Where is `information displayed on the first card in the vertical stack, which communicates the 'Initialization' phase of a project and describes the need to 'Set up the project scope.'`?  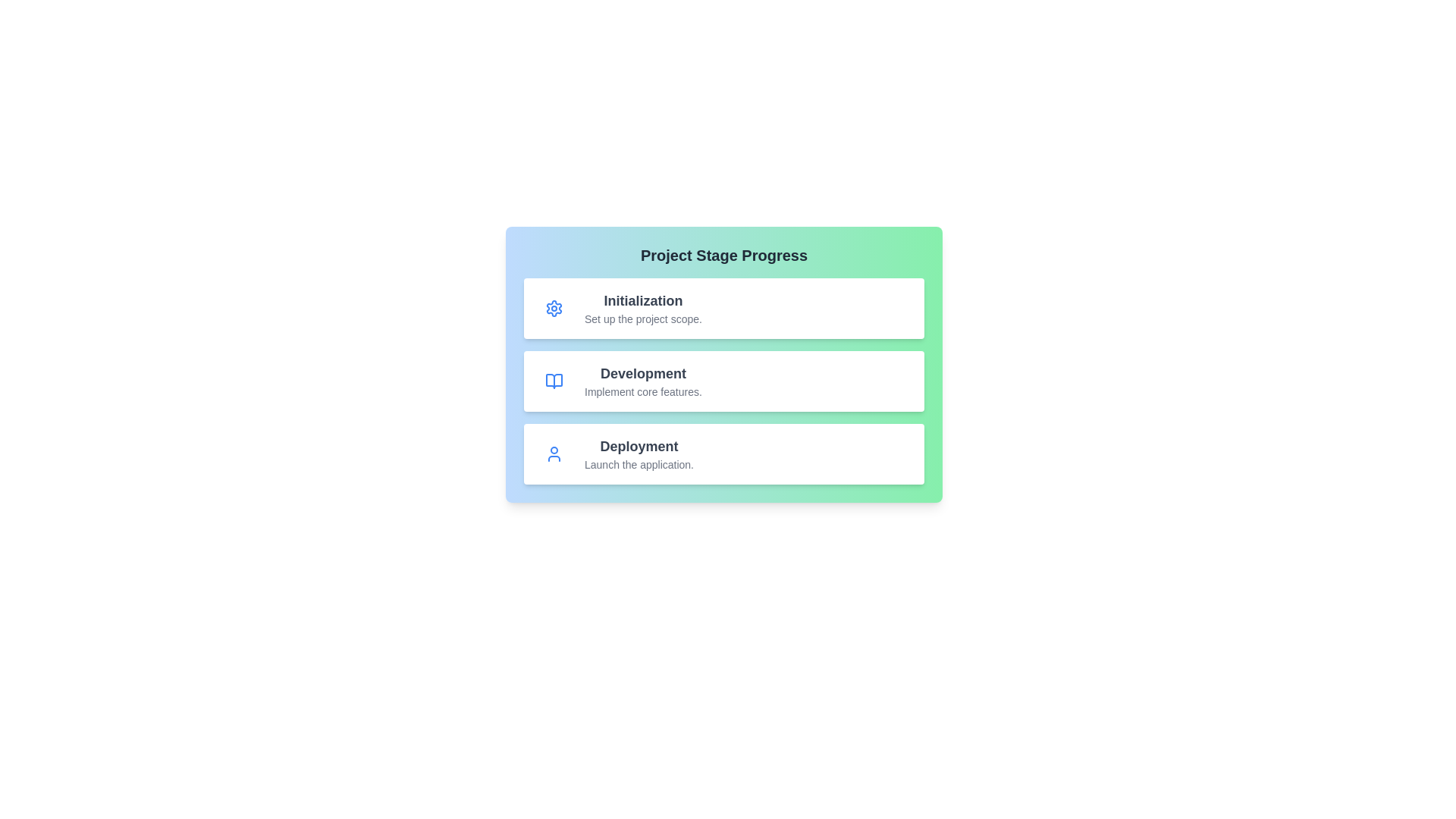
information displayed on the first card in the vertical stack, which communicates the 'Initialization' phase of a project and describes the need to 'Set up the project scope.' is located at coordinates (723, 308).